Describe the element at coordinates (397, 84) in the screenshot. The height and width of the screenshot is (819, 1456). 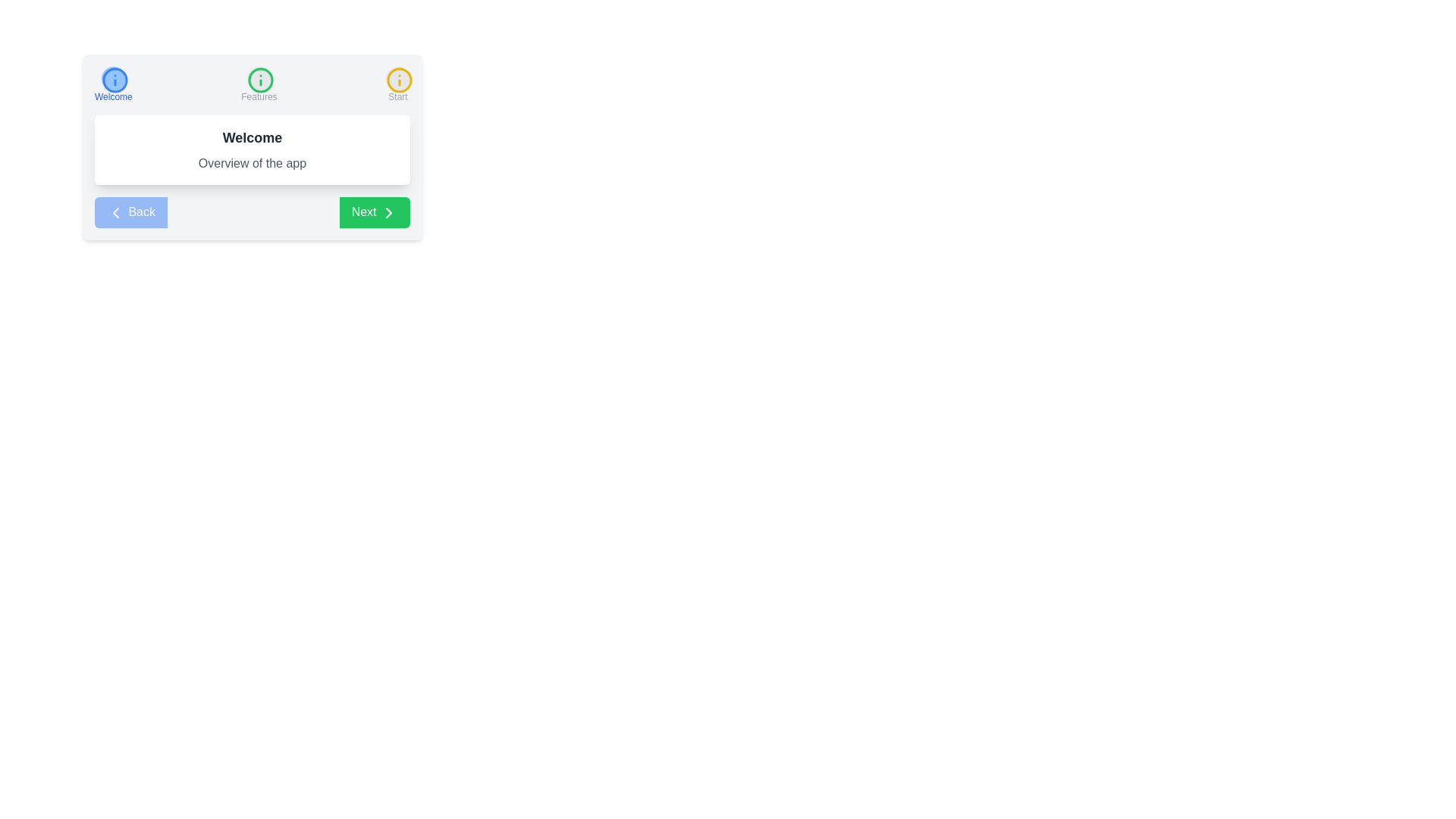
I see `the step labeled Start in the onboarding navigation` at that location.